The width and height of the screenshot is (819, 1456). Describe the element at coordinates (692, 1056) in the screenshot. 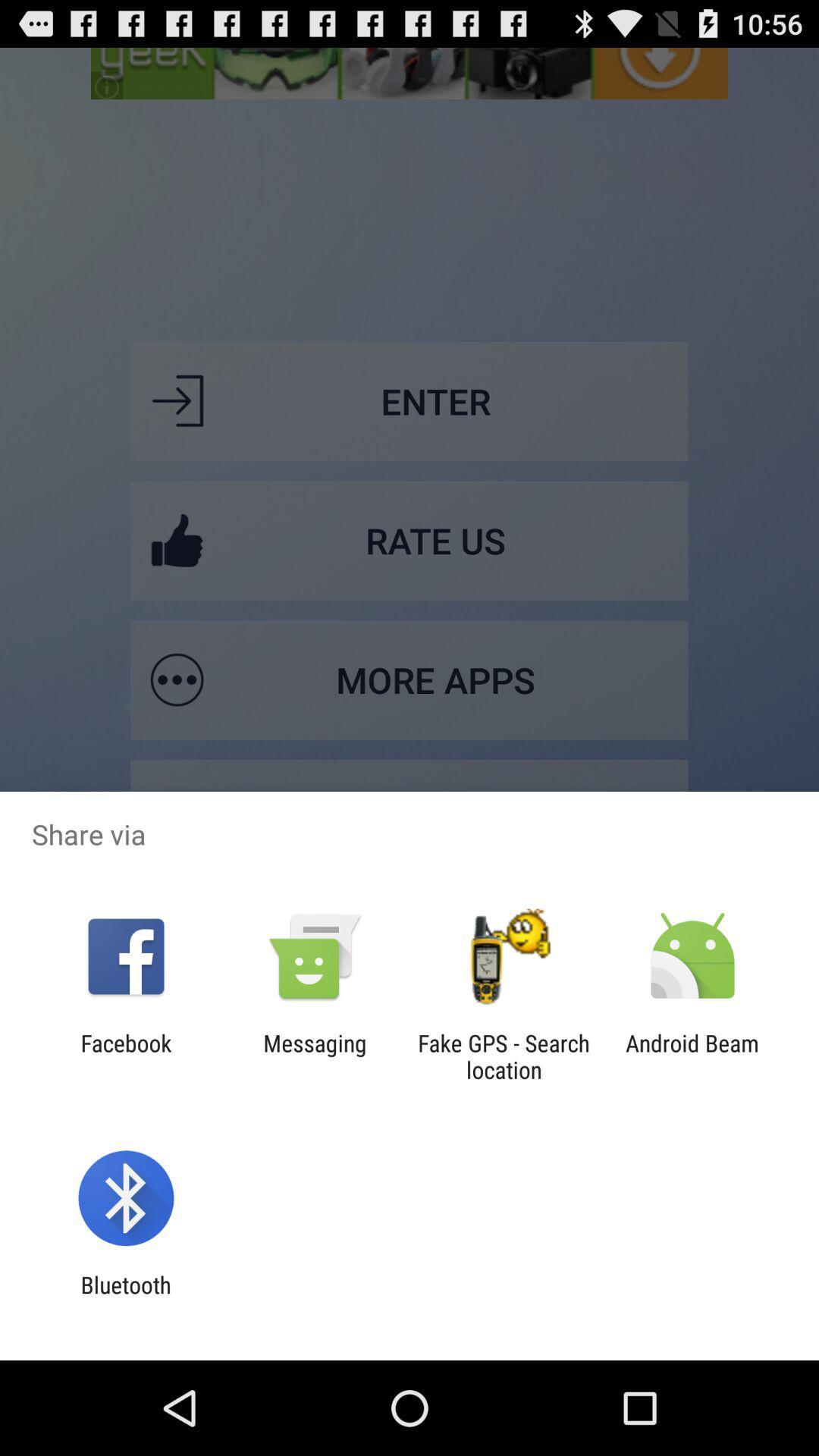

I see `the android beam at the bottom right corner` at that location.